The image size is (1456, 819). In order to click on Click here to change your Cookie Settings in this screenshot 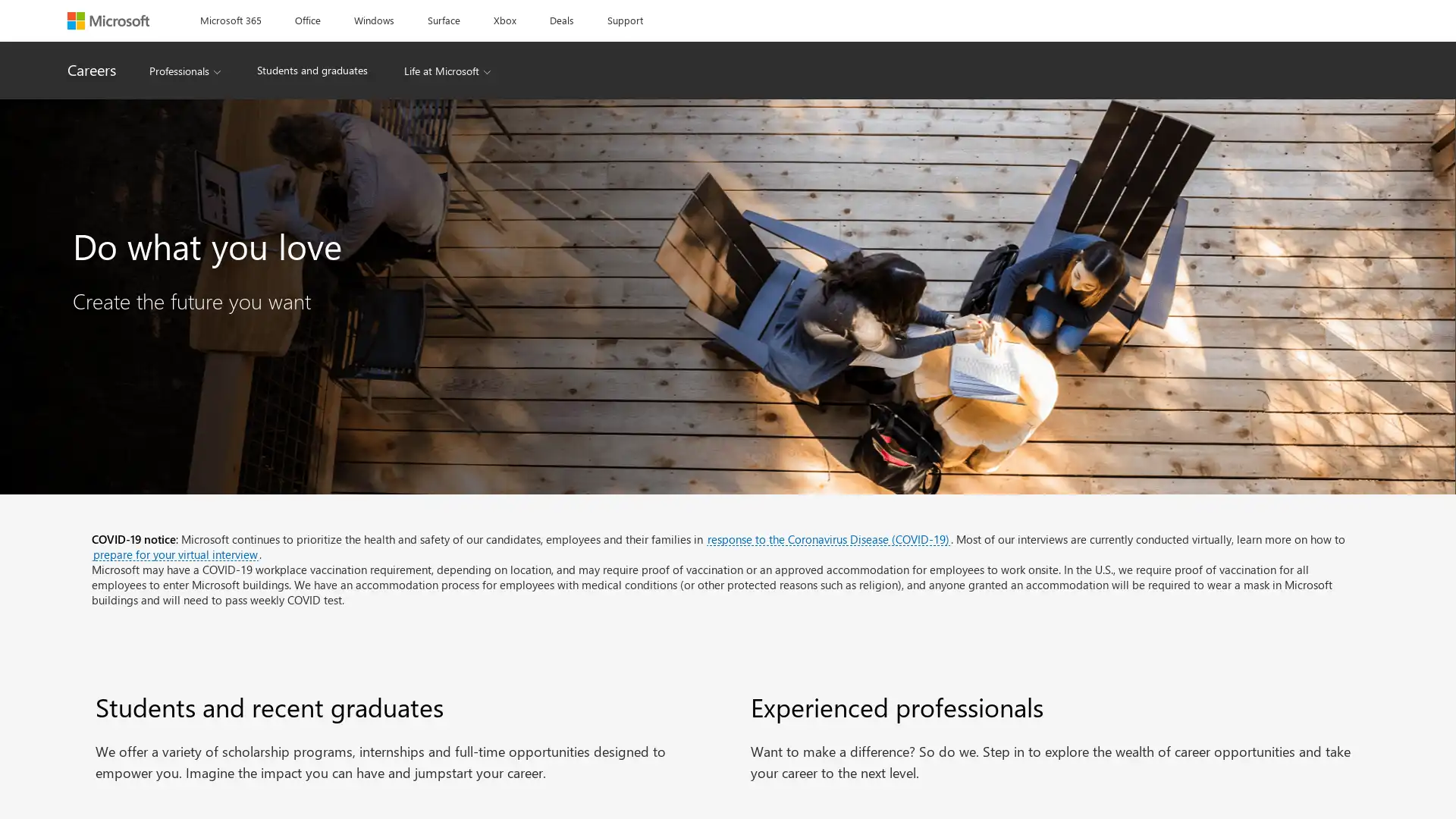, I will do `click(1328, 34)`.